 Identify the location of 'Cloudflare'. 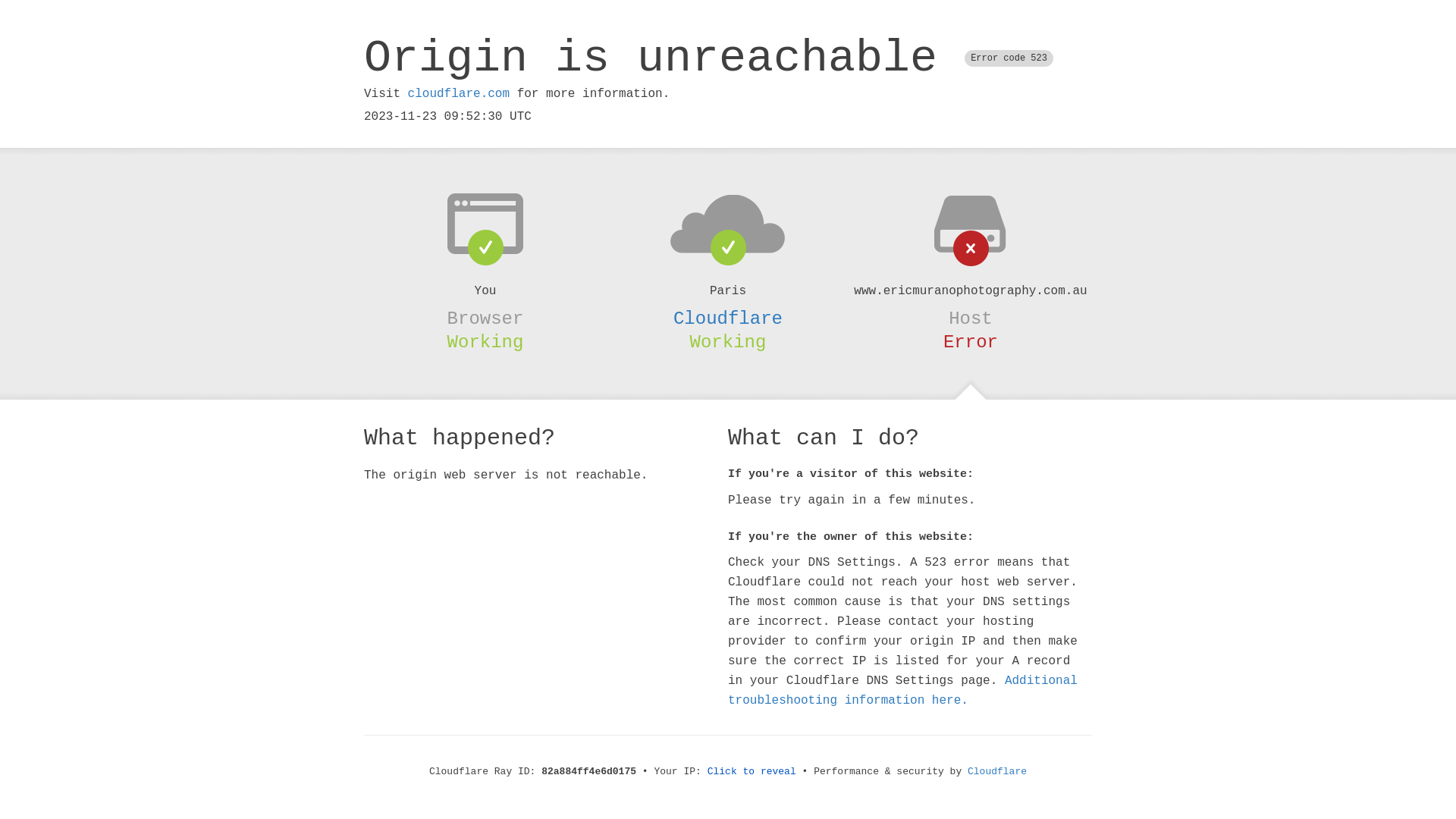
(673, 318).